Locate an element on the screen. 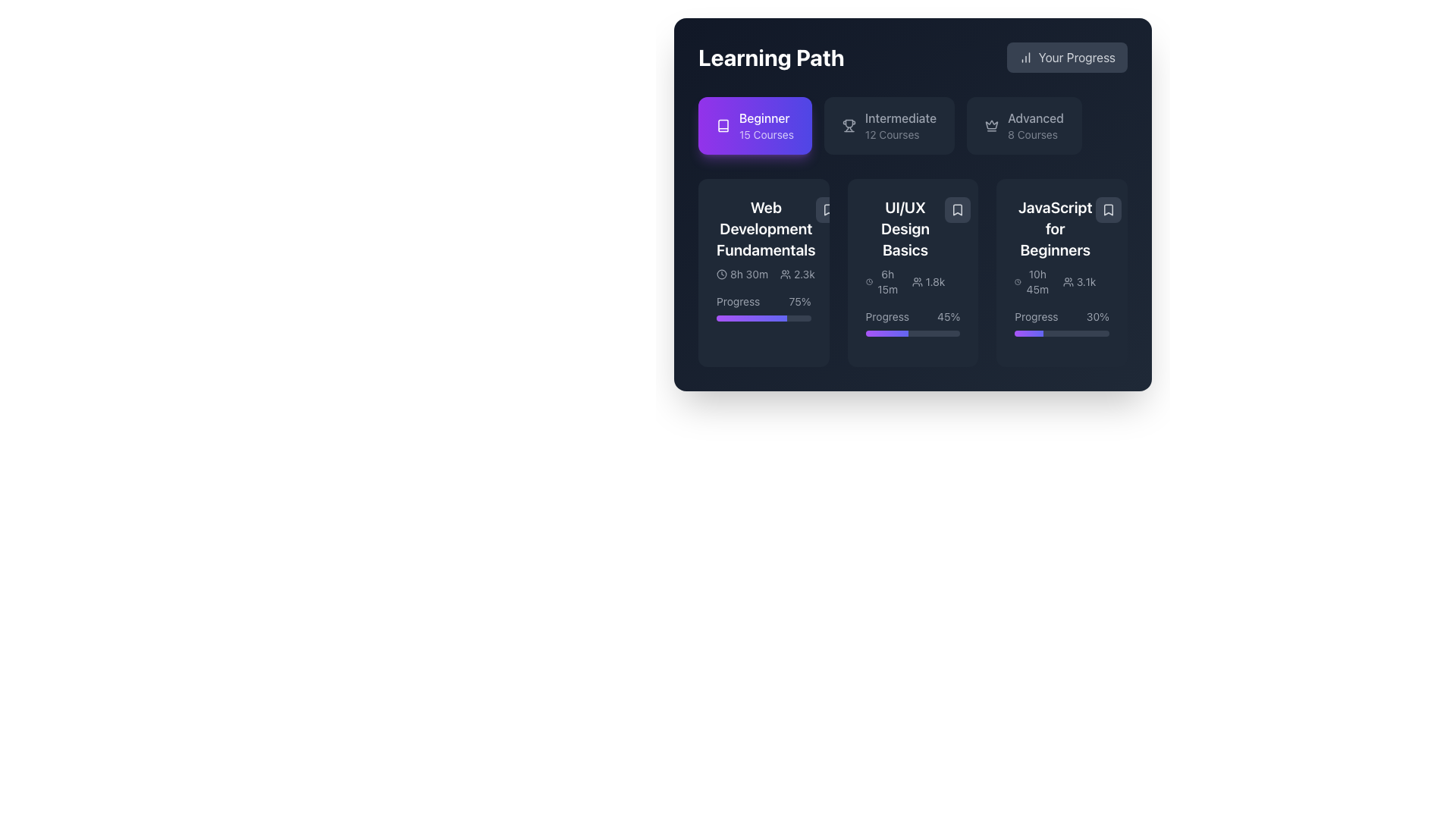 This screenshot has width=1456, height=819. the progress bar located under the 'Progress 30%' text in the 'JavaScript for Beginners' section, which is found in the third card from the left in the second row is located at coordinates (1061, 332).